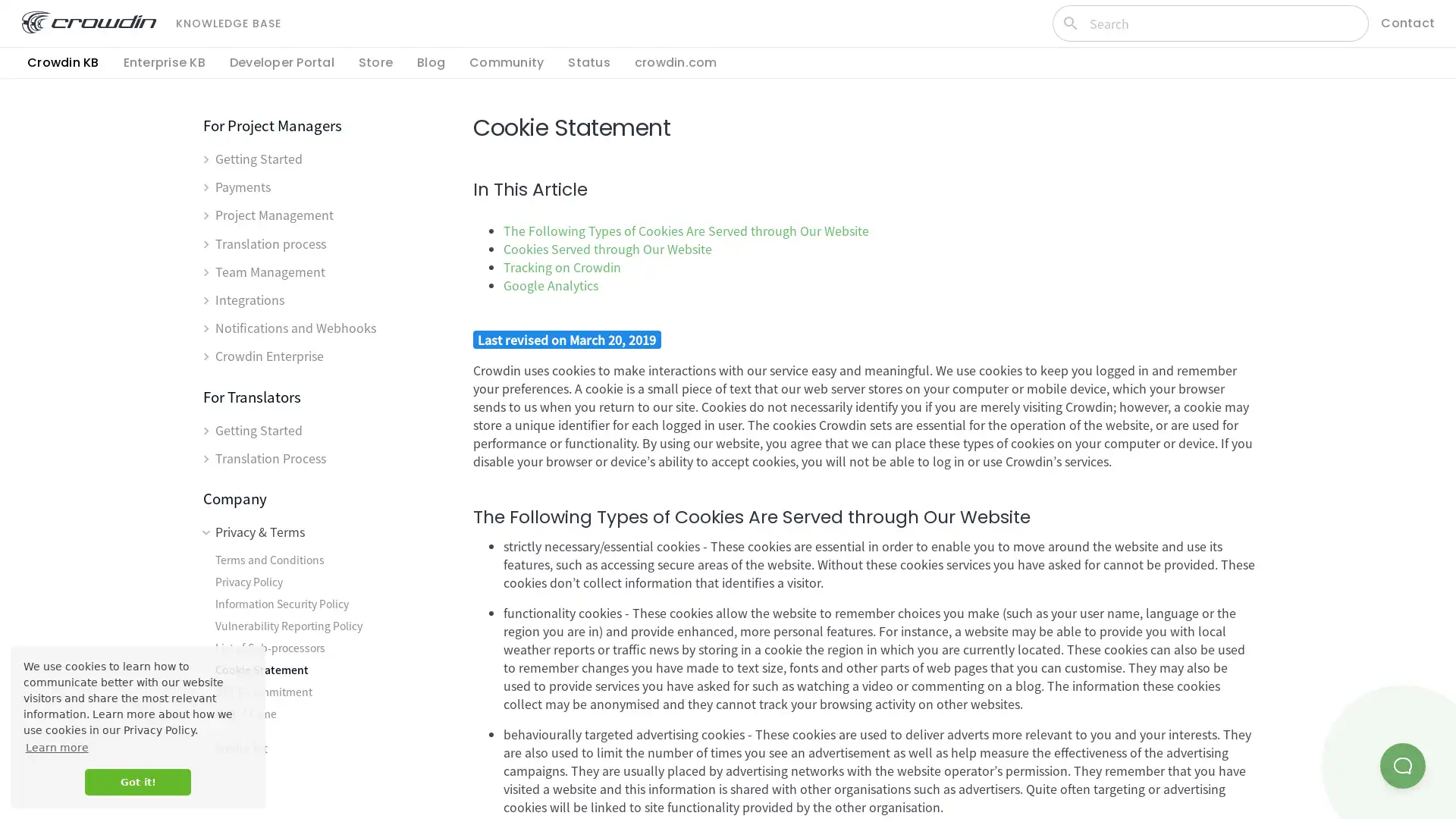  I want to click on learn more about cookies, so click(56, 747).